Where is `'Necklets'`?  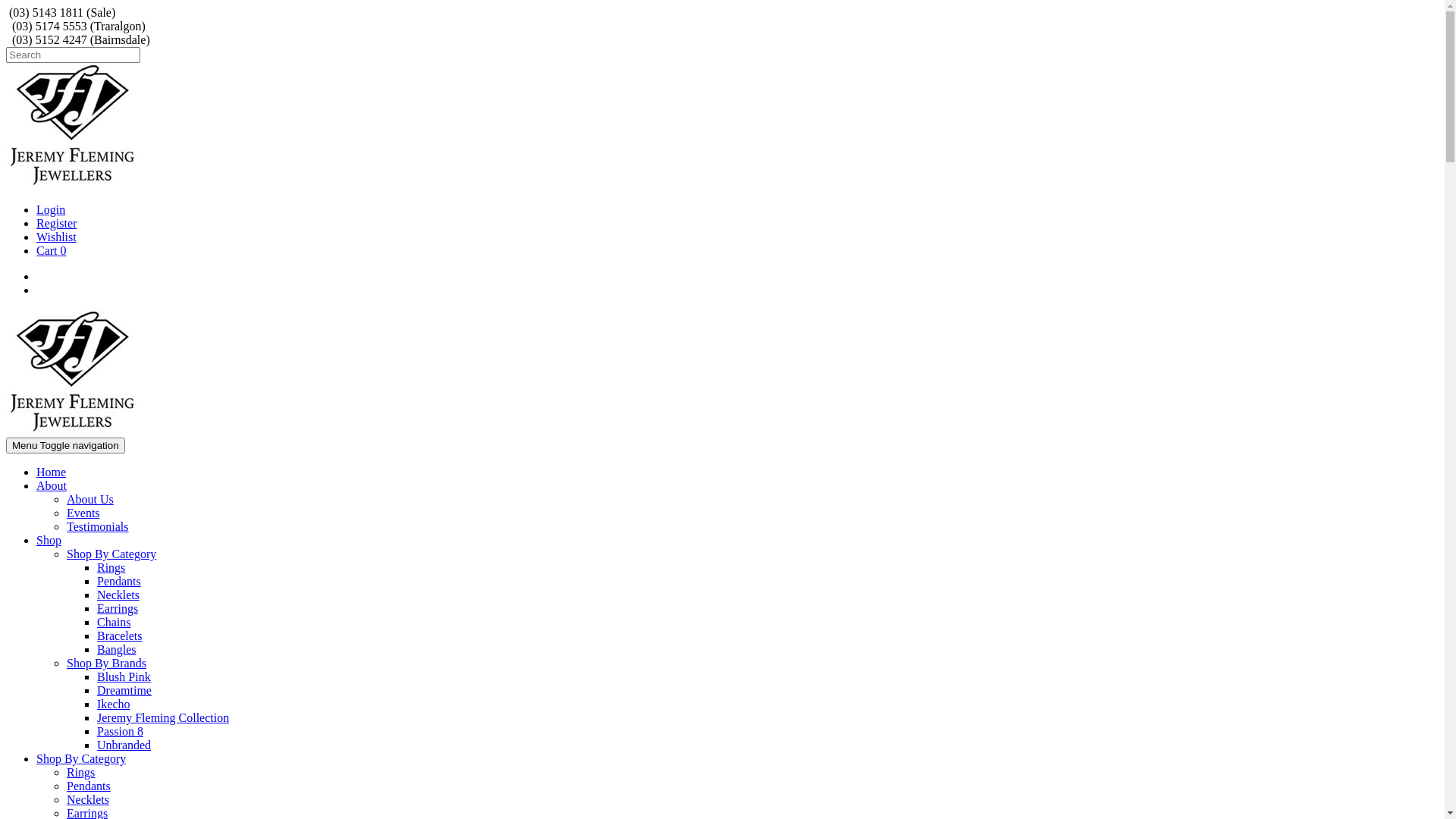
'Necklets' is located at coordinates (96, 594).